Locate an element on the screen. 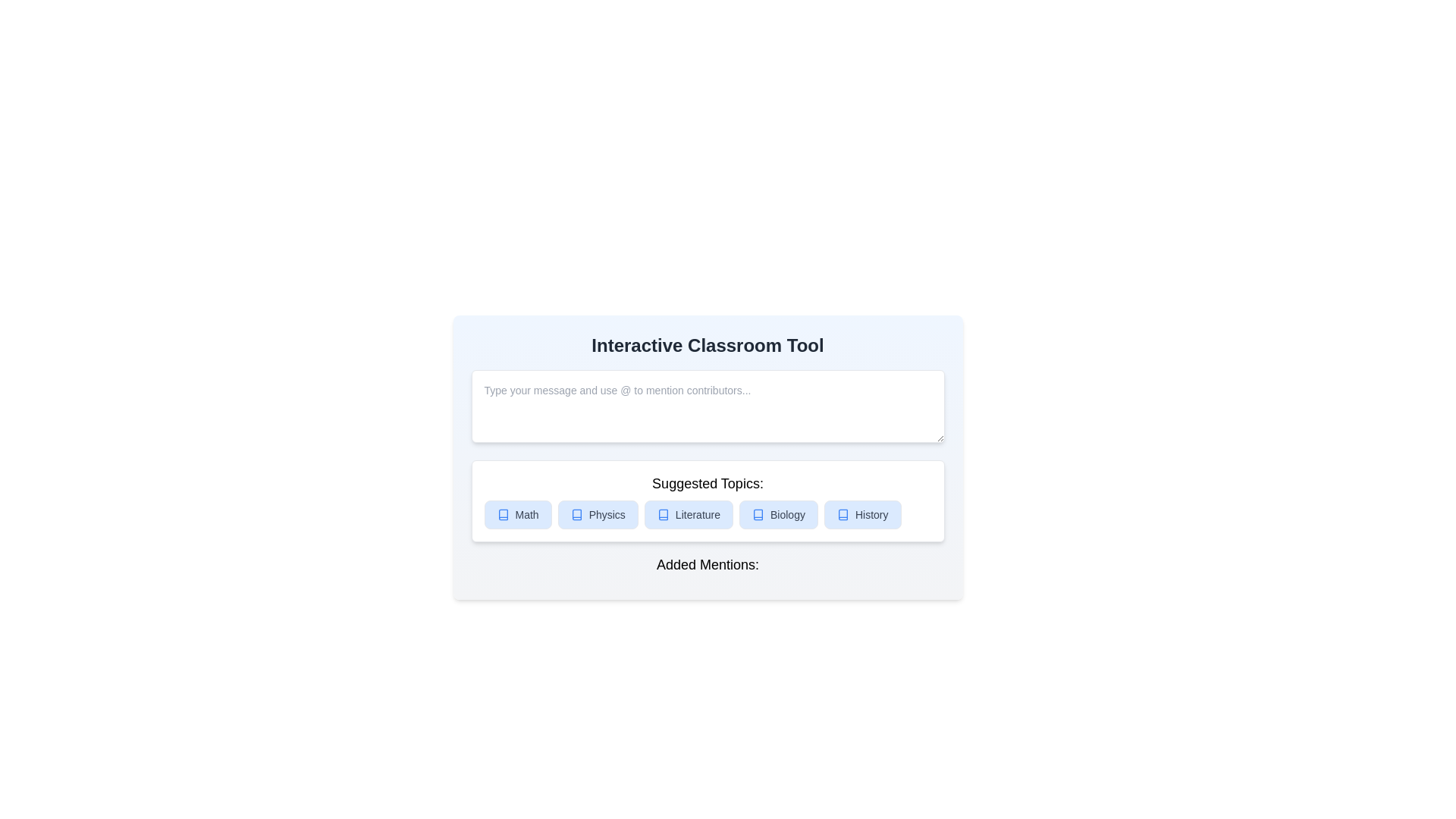 This screenshot has height=819, width=1456. the 'History' button located is located at coordinates (862, 513).